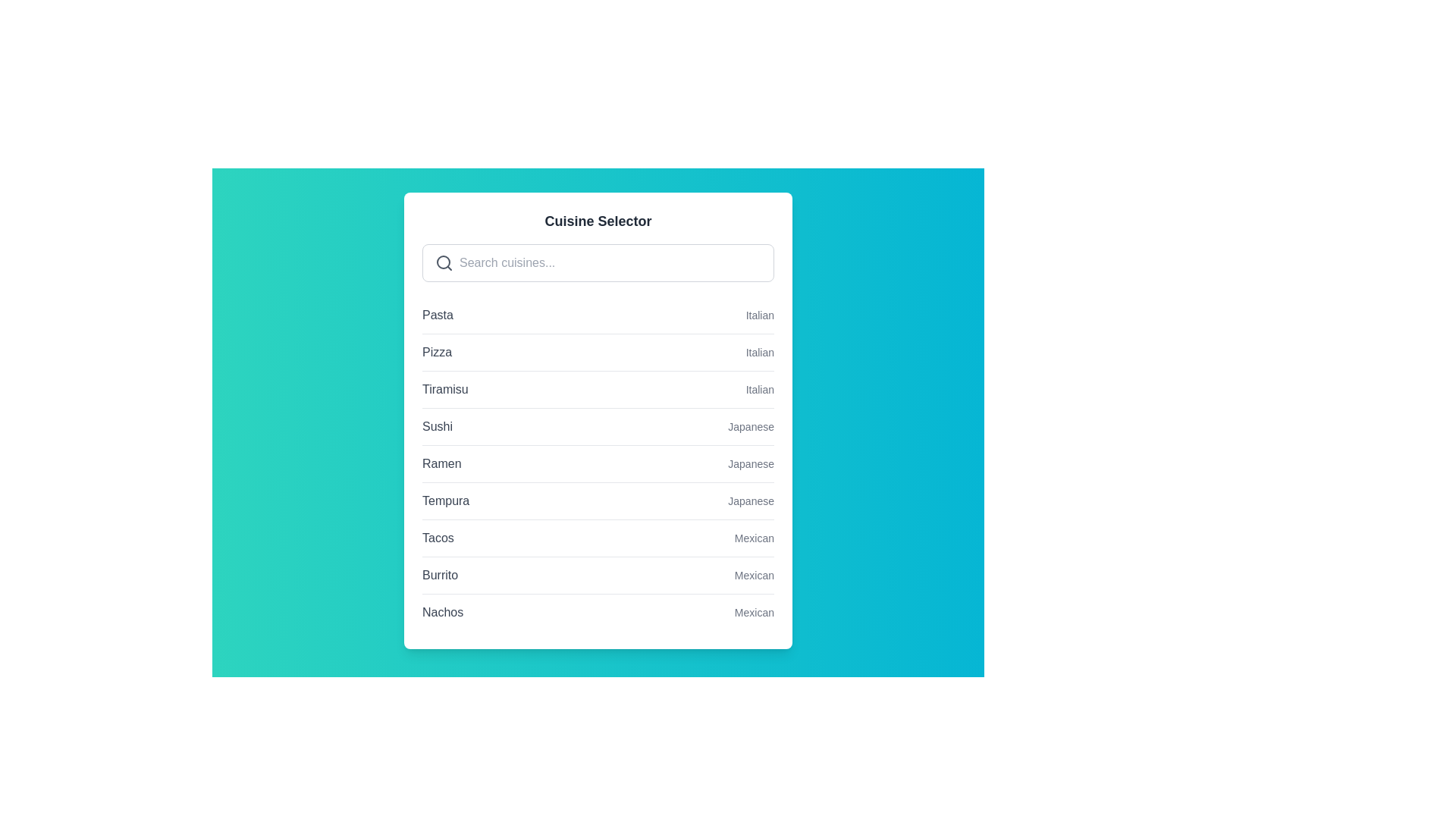  What do you see at coordinates (437, 315) in the screenshot?
I see `the text label for the cuisine type 'Pasta', which is the first item under the 'Cuisine Selector' header` at bounding box center [437, 315].